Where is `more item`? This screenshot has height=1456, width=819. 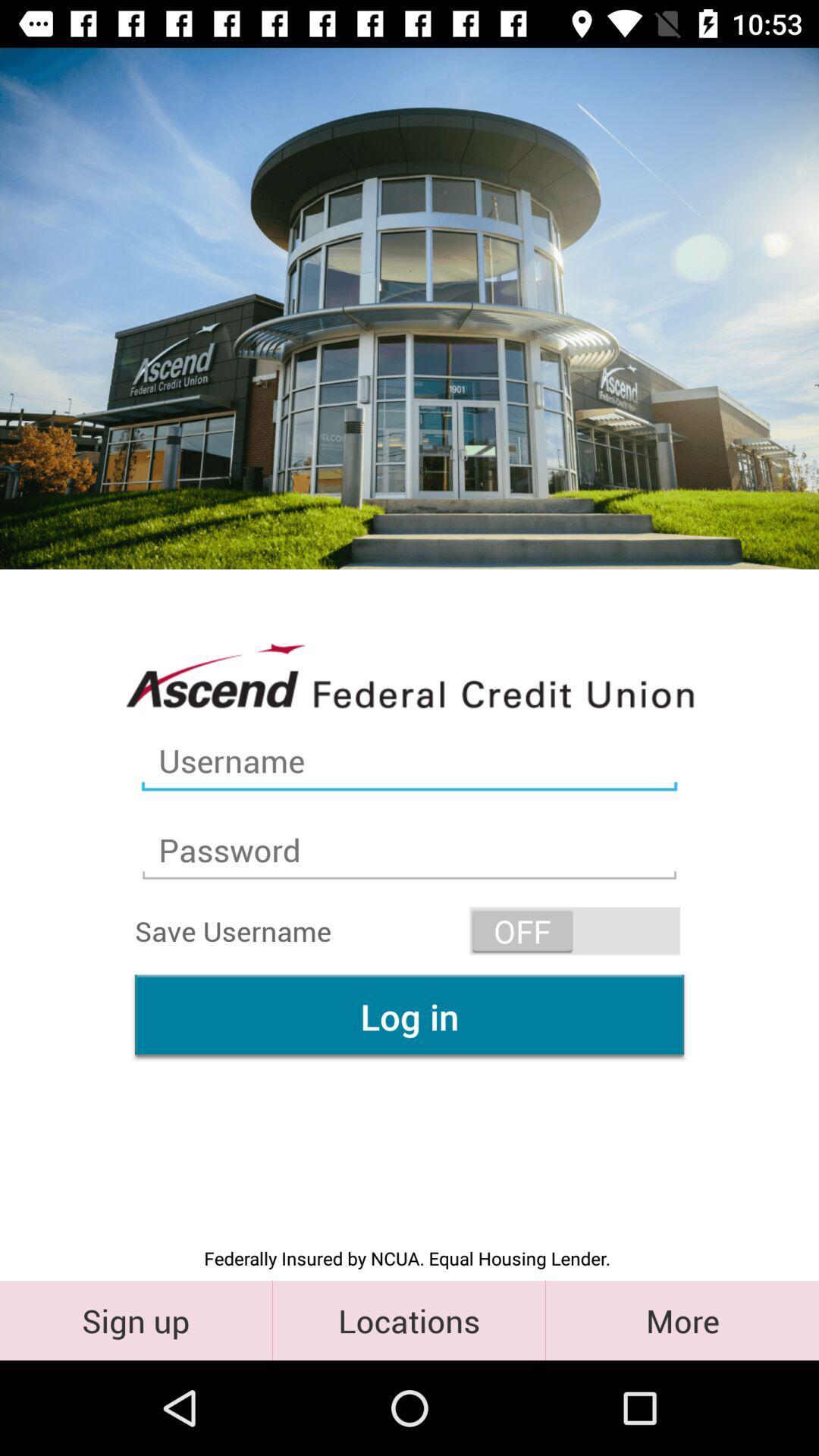
more item is located at coordinates (681, 1319).